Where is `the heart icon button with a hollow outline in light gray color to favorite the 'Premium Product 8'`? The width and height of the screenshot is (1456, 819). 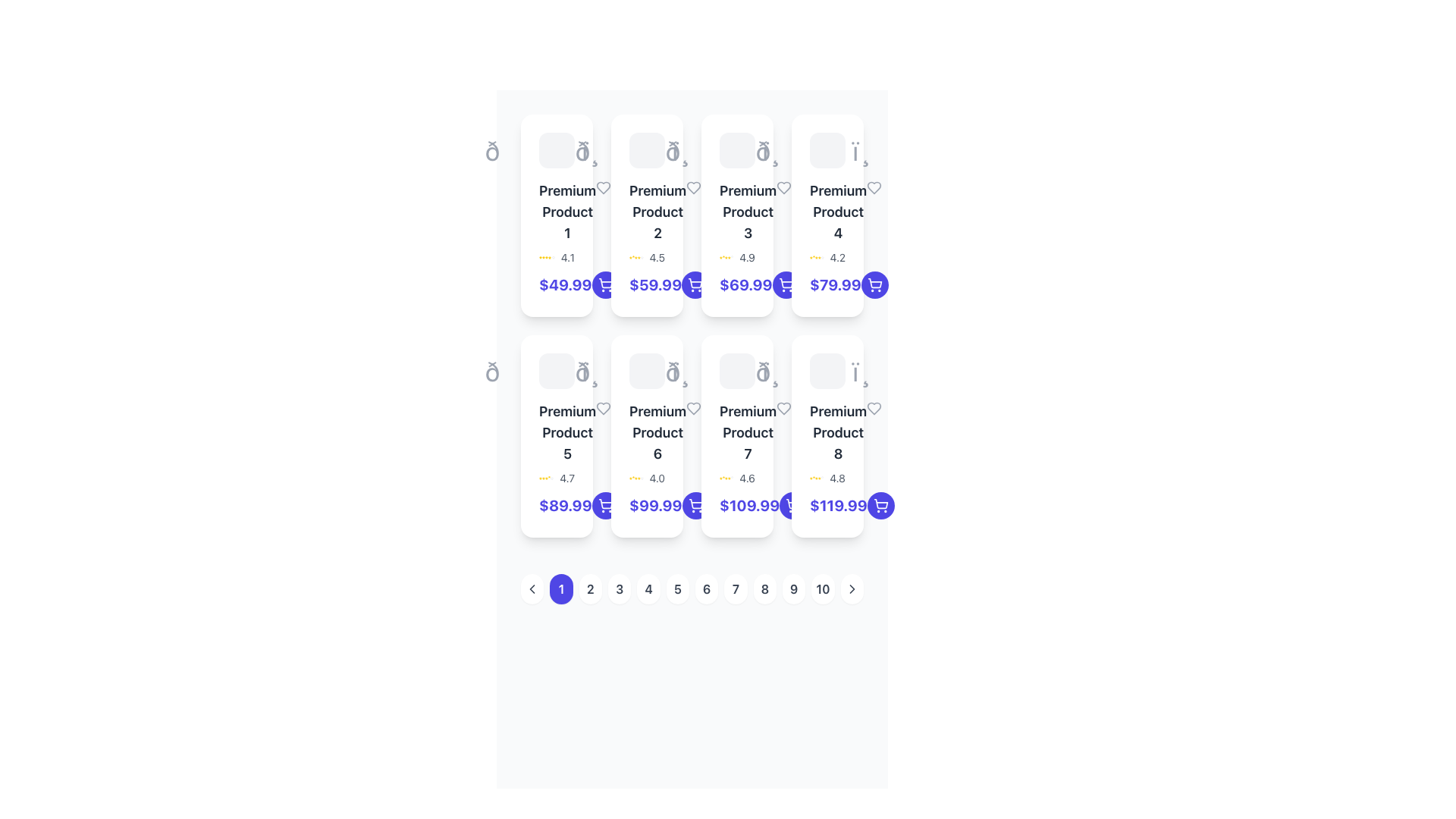 the heart icon button with a hollow outline in light gray color to favorite the 'Premium Product 8' is located at coordinates (874, 408).